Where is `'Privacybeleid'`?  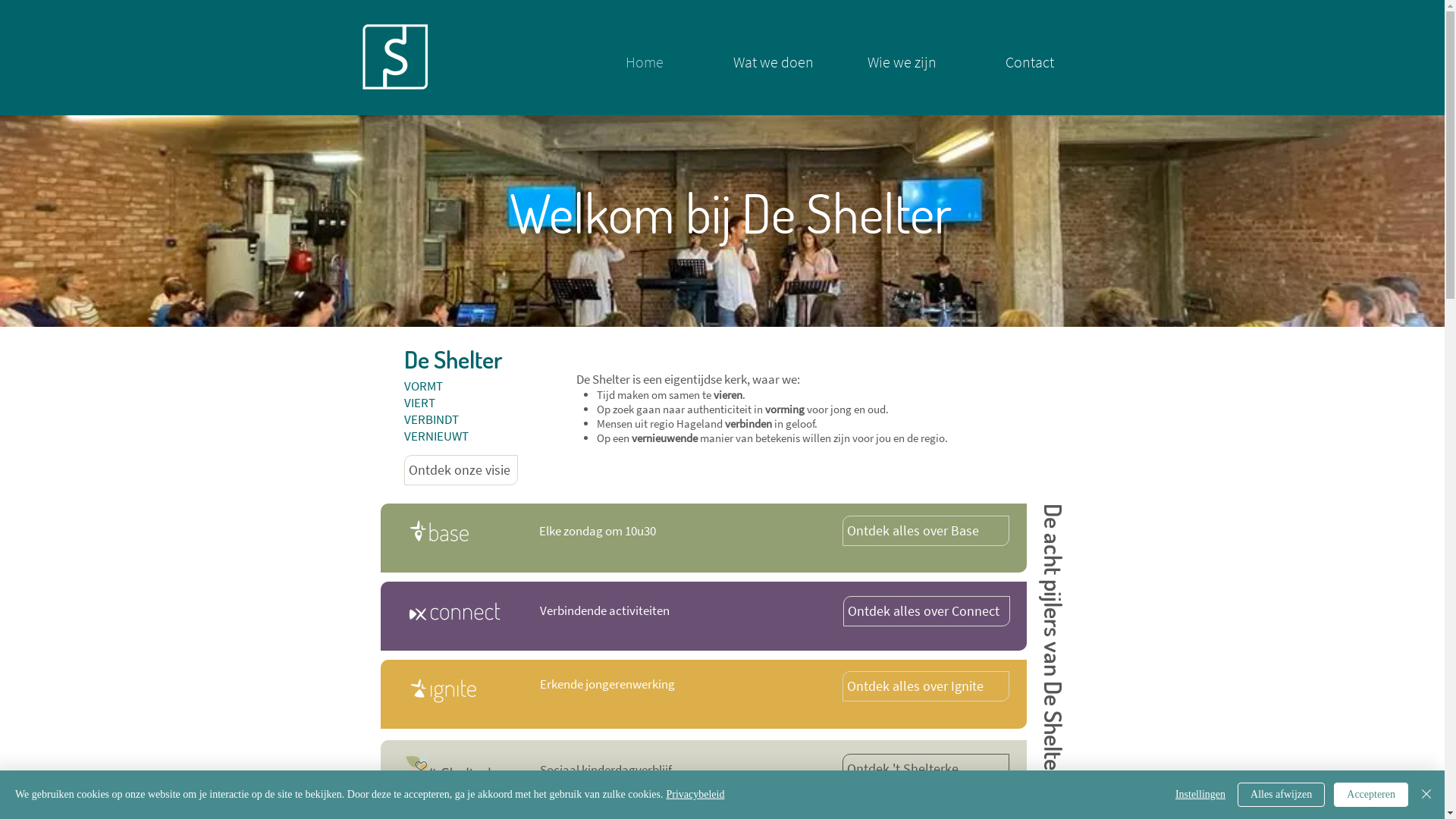
'Privacybeleid' is located at coordinates (694, 793).